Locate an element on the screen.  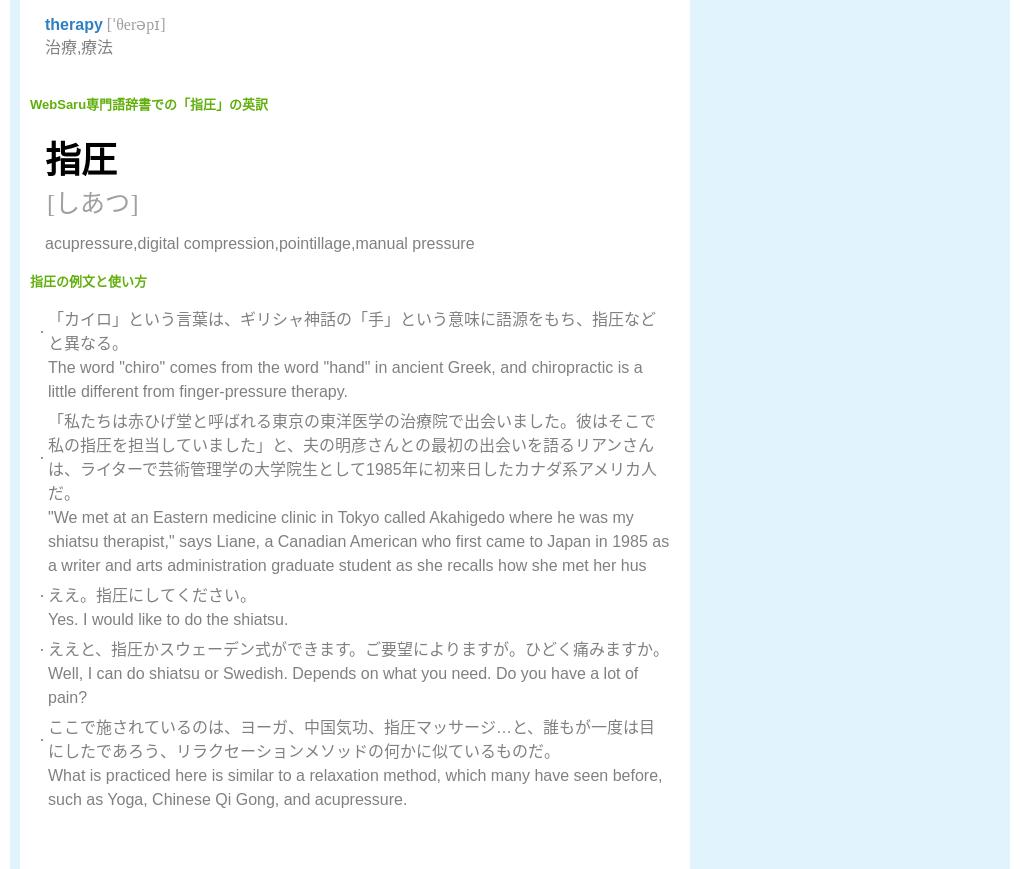
'The word "chiro" comes from the word "hand" in ancient Greek, and chiropractic is a little different from finger-pressure therapy.' is located at coordinates (343, 378).